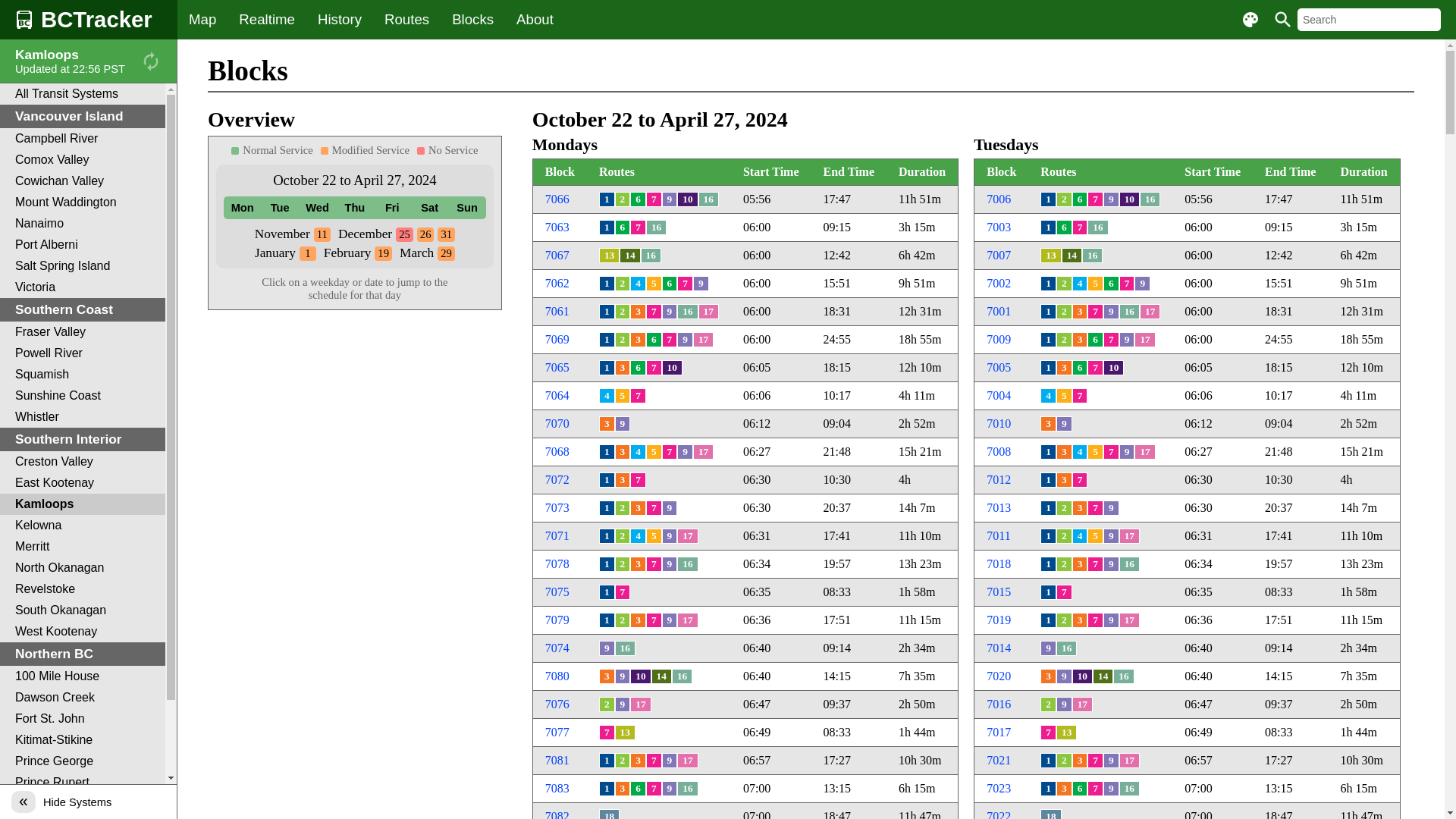  Describe the element at coordinates (556, 563) in the screenshot. I see `'7078'` at that location.